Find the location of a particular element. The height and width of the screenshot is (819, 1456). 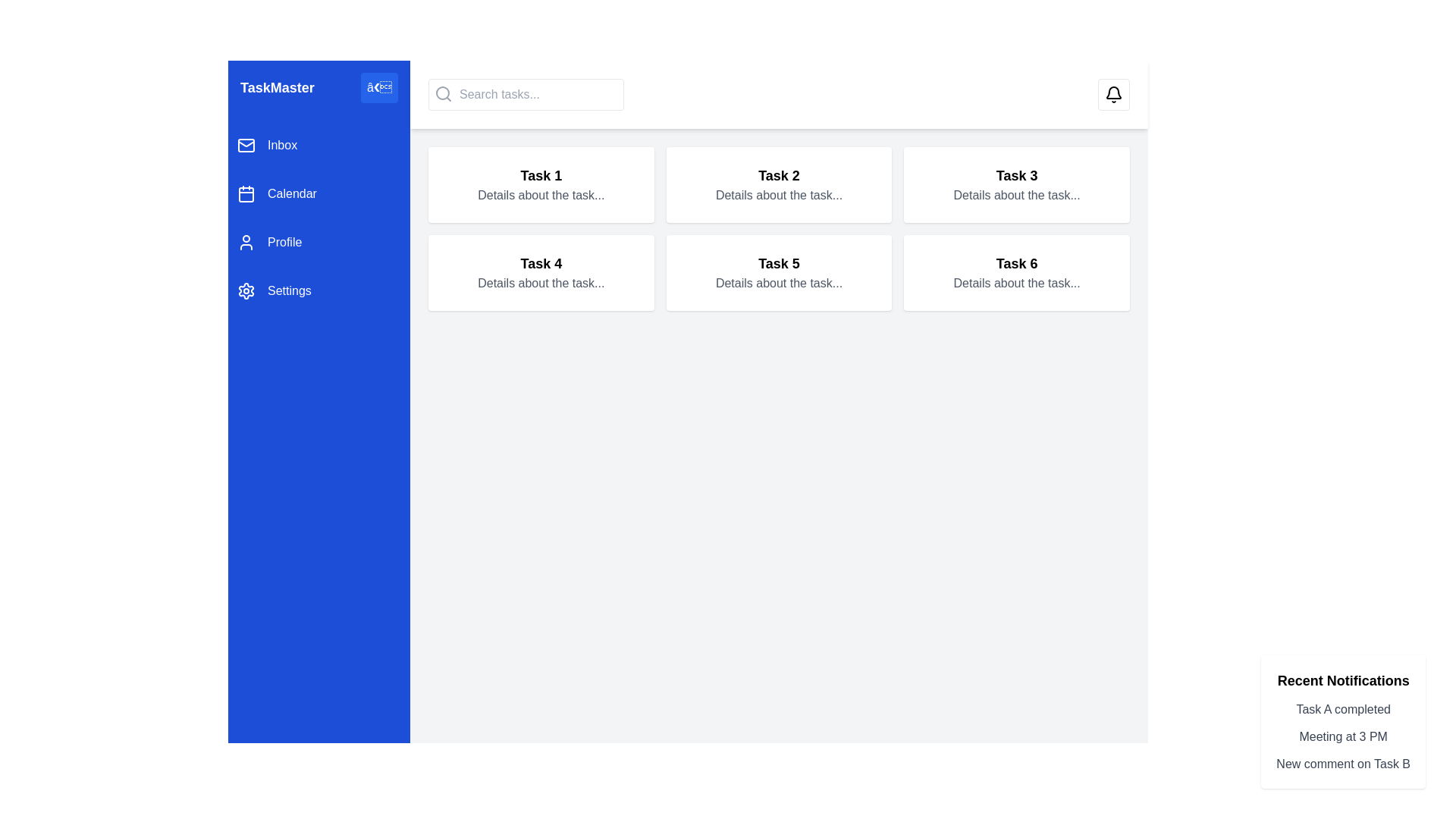

the 'Profile' text label, which is styled in white on a blue background and located in the left-hand sidebar menu, next to a person icon is located at coordinates (284, 242).